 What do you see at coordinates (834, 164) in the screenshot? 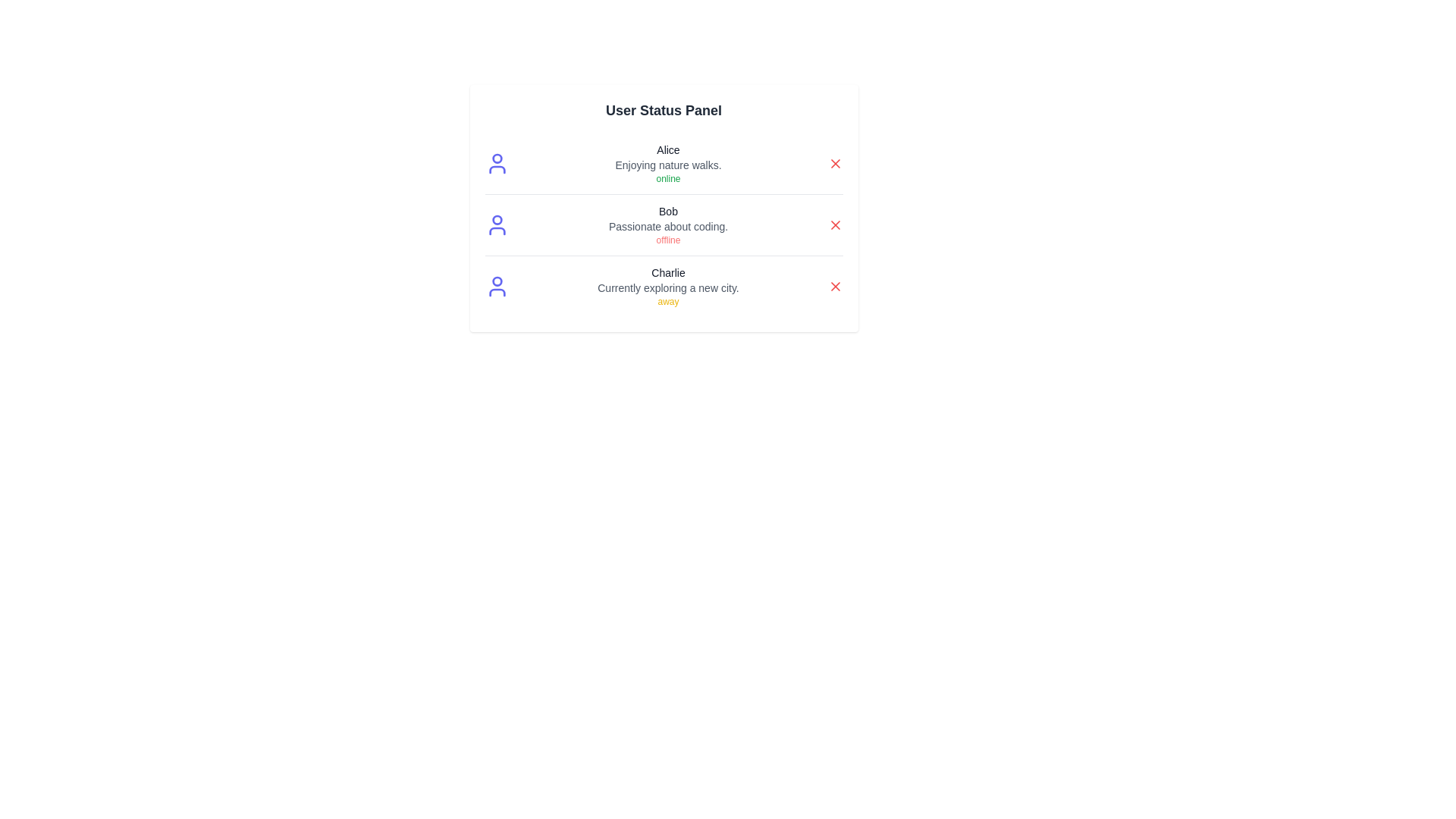
I see `the 'X' SVG icon button located to the extreme right of the first row, adjacent to the text describing 'Alice'` at bounding box center [834, 164].